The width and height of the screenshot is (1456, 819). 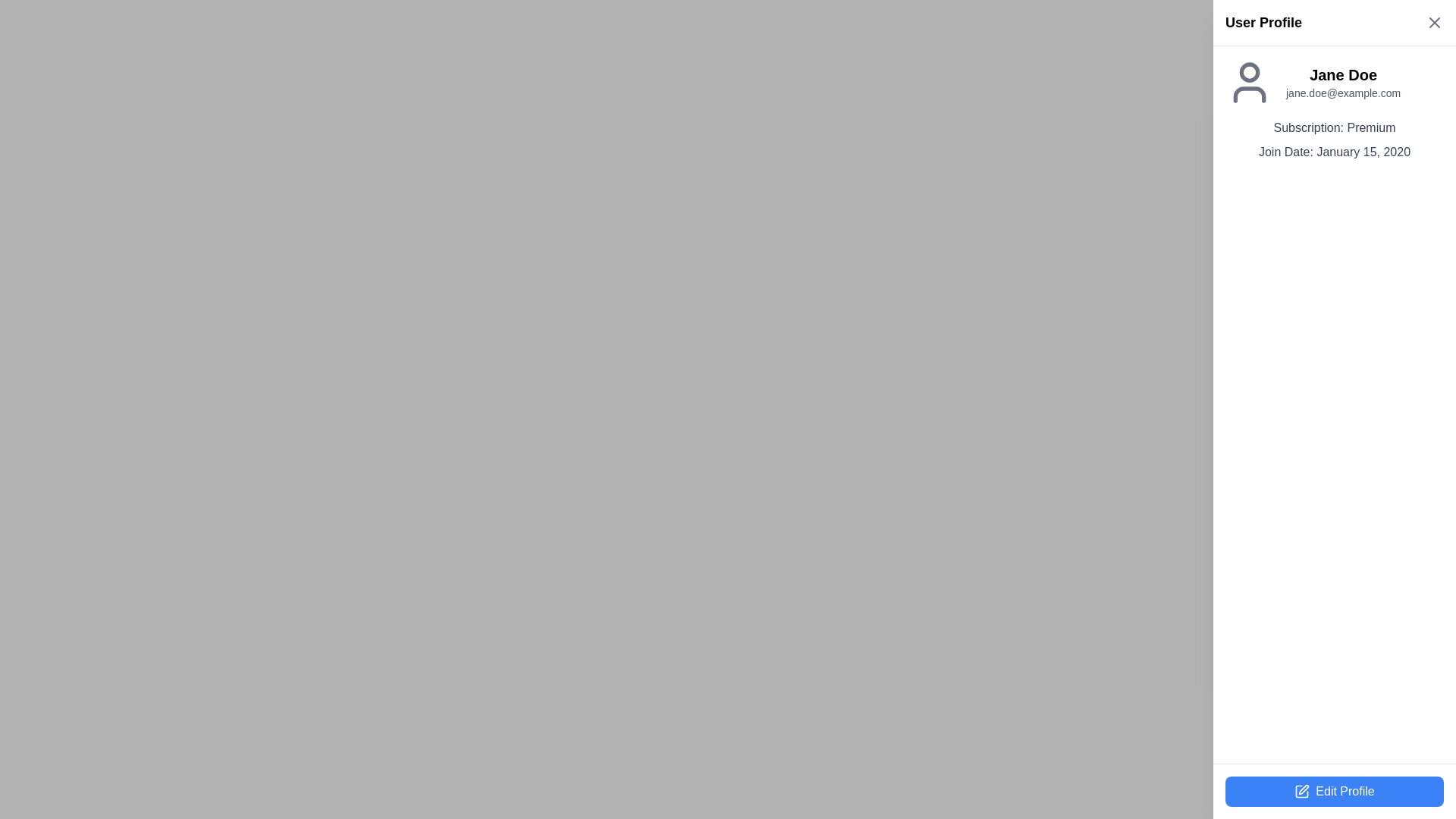 I want to click on the SVG Circle element, which is a circular shape with a thin stroke and no fill, located inside the user profile panel above the username 'Jane Doe', so click(x=1249, y=72).